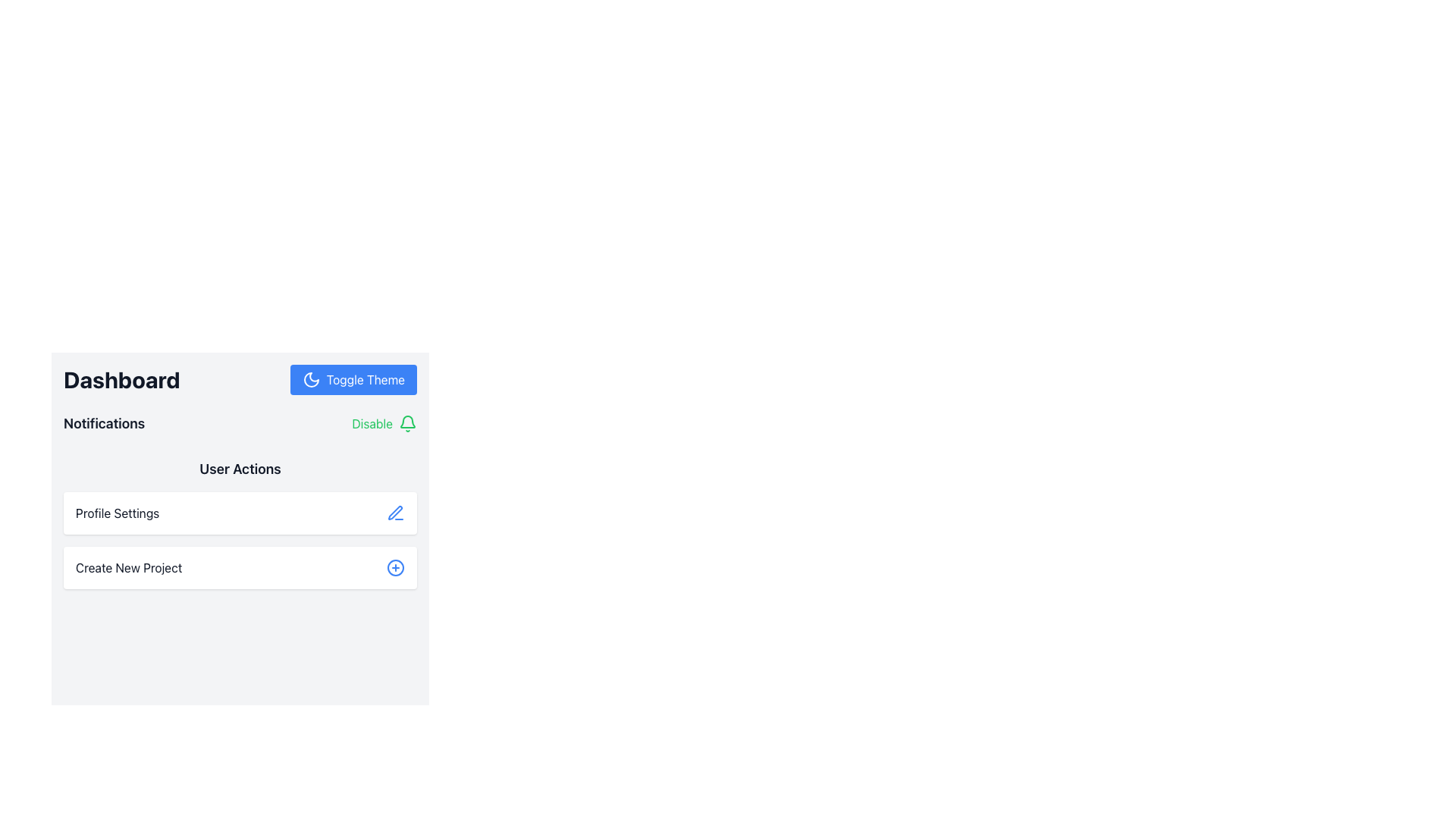  Describe the element at coordinates (396, 567) in the screenshot. I see `the blue circular icon with a plus symbol inside it, located to the right of the 'Create New Project' button in the 'User Actions' section, to initiate a new project creation` at that location.